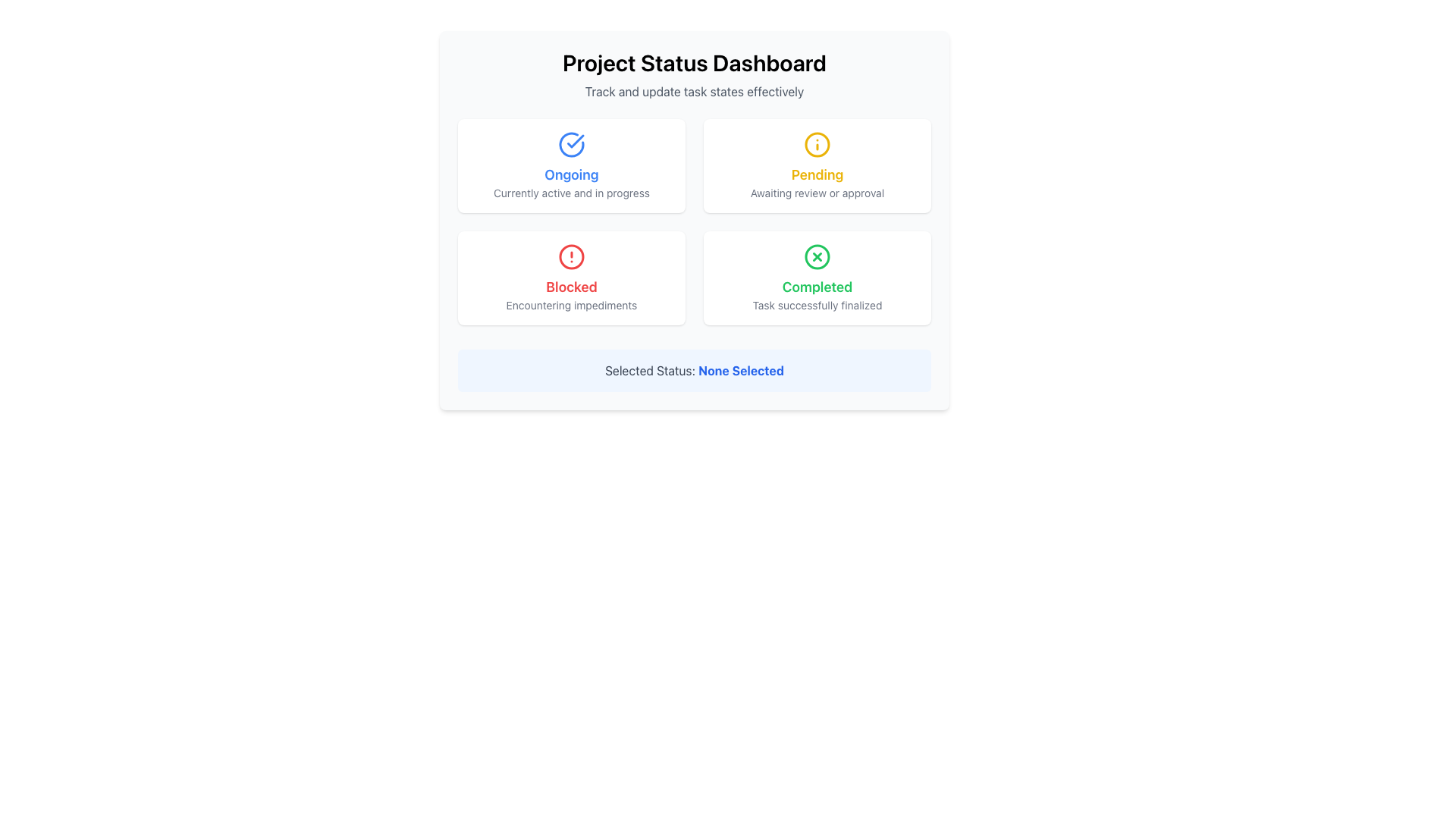 This screenshot has height=819, width=1456. Describe the element at coordinates (817, 278) in the screenshot. I see `the Informational card located in the bottom right cell of the grid layout, which indicates the status of completed tasks with color and iconography` at that location.